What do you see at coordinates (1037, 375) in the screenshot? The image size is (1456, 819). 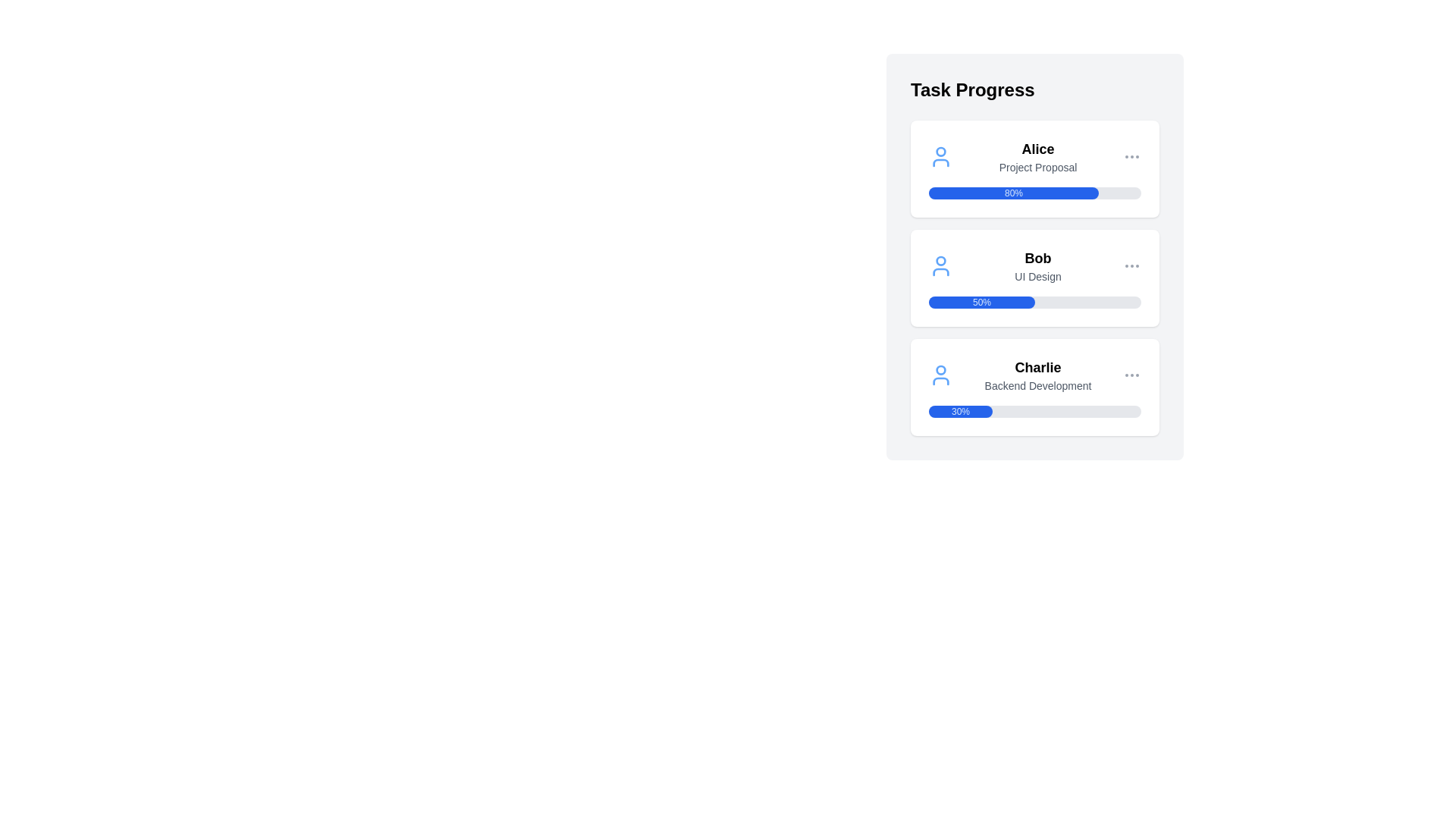 I see `user-related information displayed in the third Information card under the 'Task Progress' section, which includes the name and job title or department` at bounding box center [1037, 375].